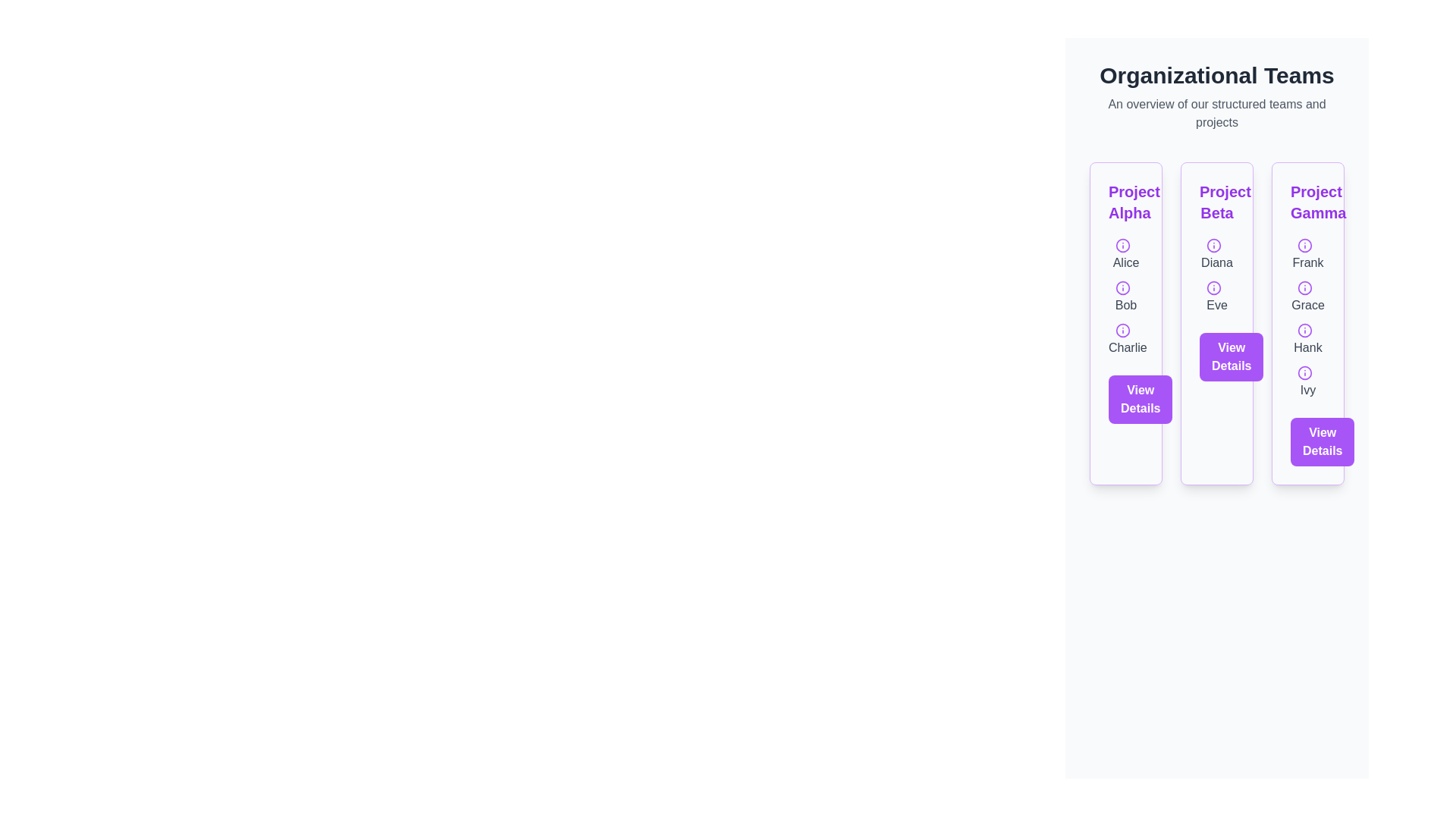 This screenshot has width=1456, height=819. Describe the element at coordinates (1123, 287) in the screenshot. I see `the informational icon next to the name 'Bob' in the user list under 'Project Alpha'` at that location.